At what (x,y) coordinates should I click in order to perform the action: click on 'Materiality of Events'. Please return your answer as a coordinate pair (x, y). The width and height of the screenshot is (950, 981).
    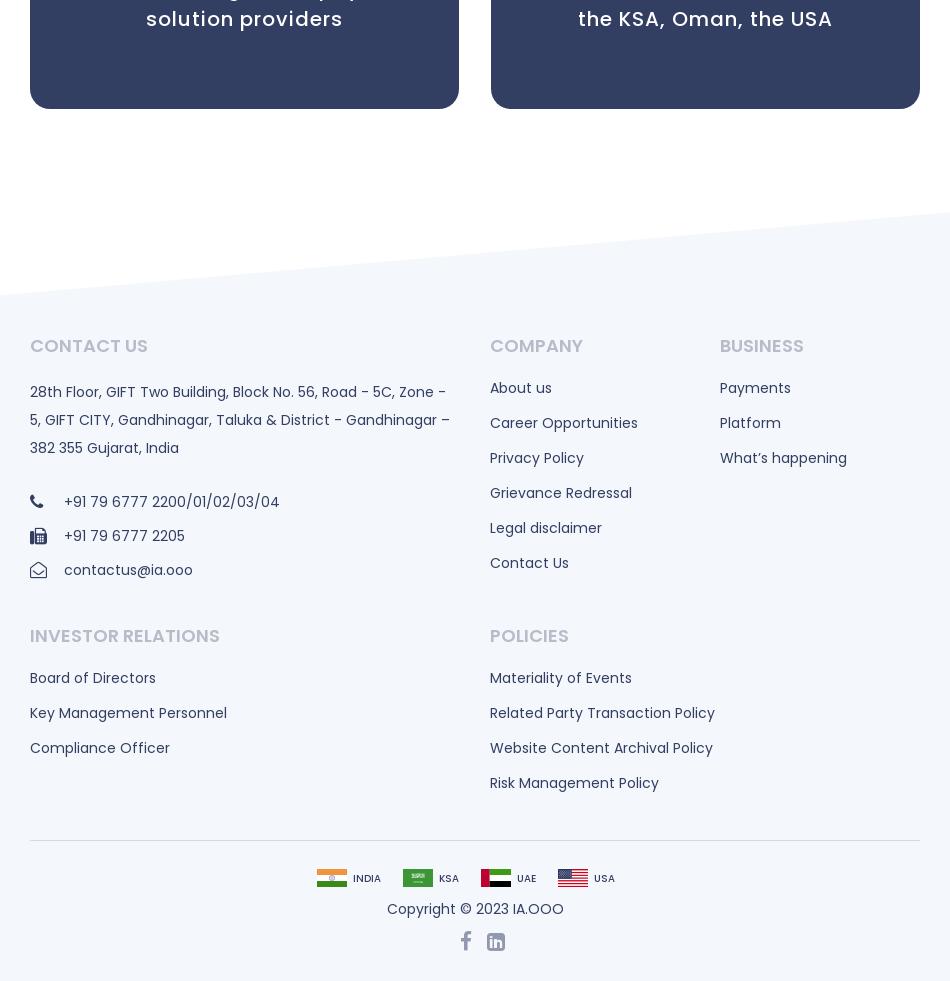
    Looking at the image, I should click on (560, 677).